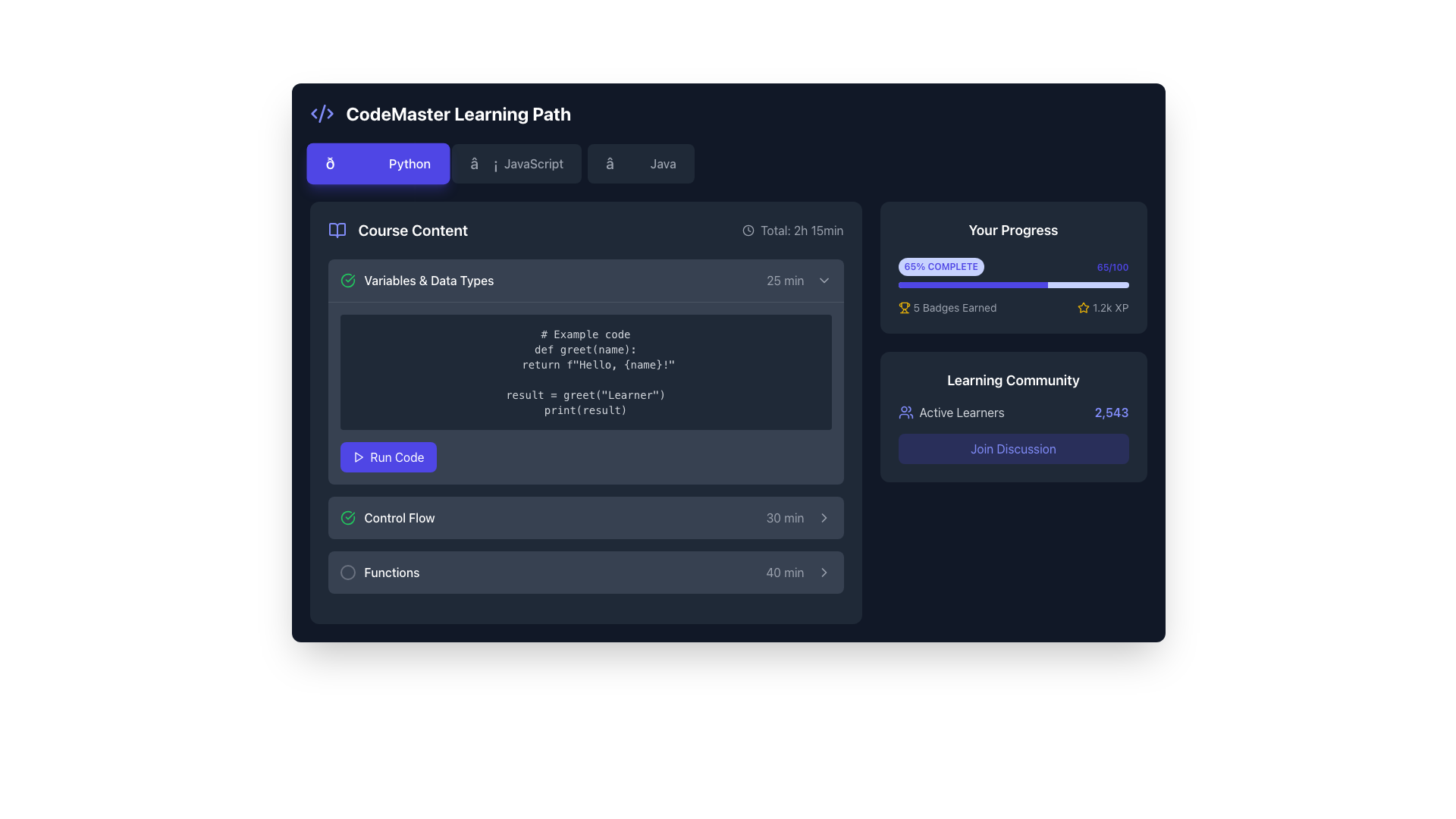  What do you see at coordinates (1112, 265) in the screenshot?
I see `the Text display element that shows the current score out of 100, located in the upper right section of the 'Your Progress' panel next to the progress bar labeled '65% Complete'` at bounding box center [1112, 265].